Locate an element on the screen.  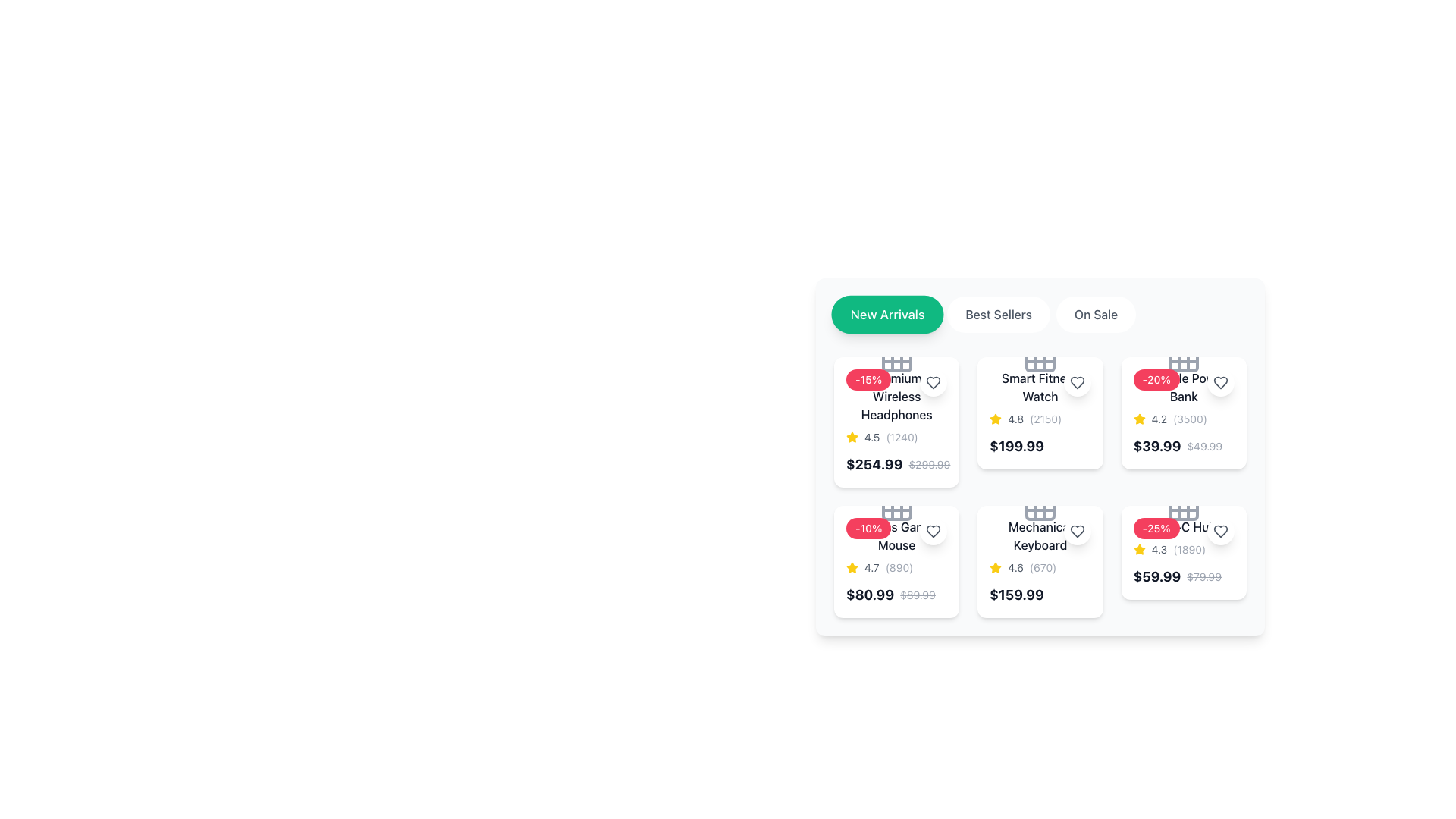
highlighted discounted price '$254.99' displayed prominently in black color within the Price display component of the 'Premium Wireless Headphones' card in the 'New Arrivals' section is located at coordinates (896, 464).